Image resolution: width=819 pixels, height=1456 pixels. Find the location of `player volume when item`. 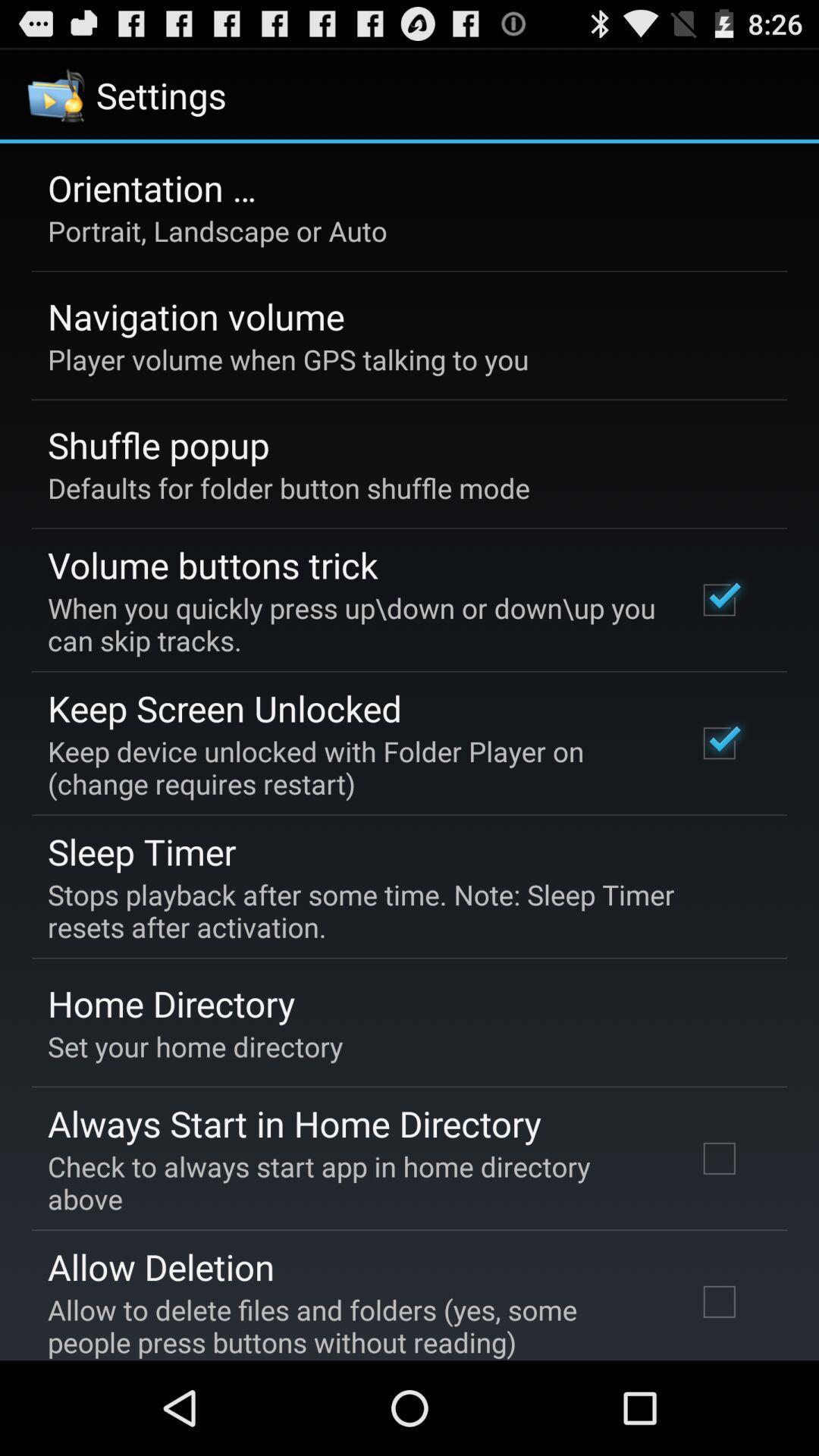

player volume when item is located at coordinates (288, 359).